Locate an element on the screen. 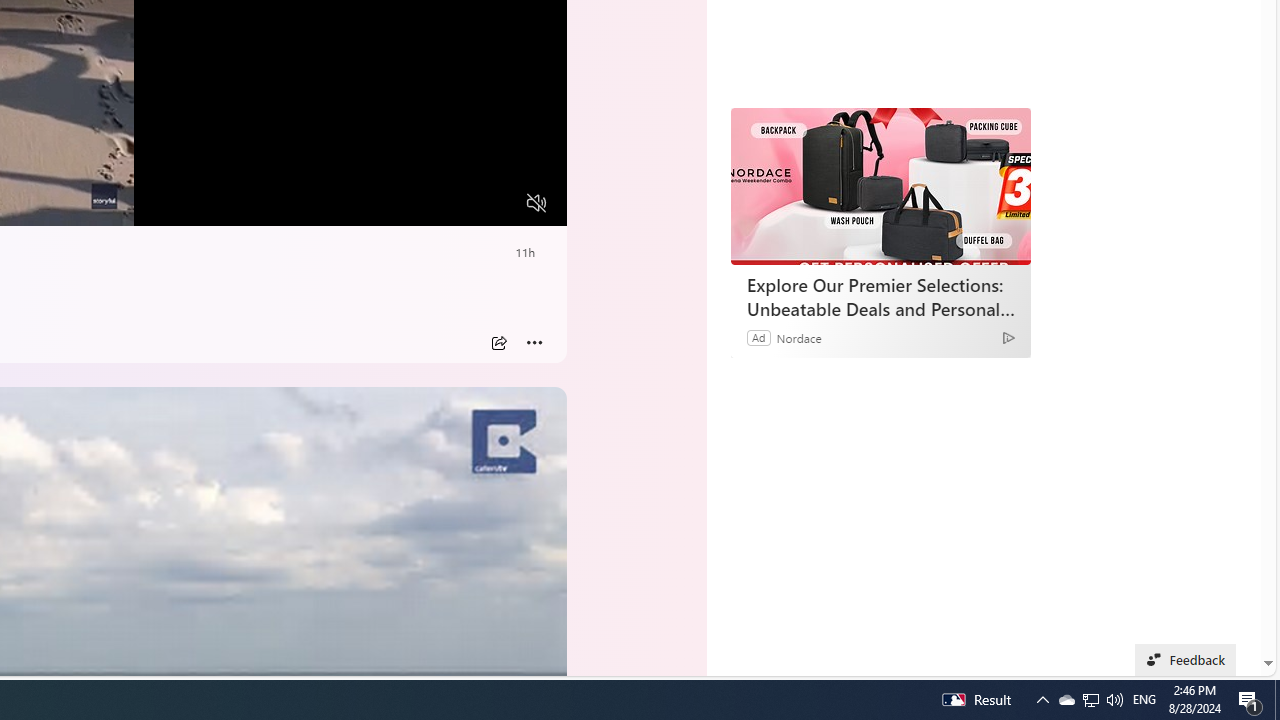 The height and width of the screenshot is (720, 1280). 'Fullscreen' is located at coordinates (497, 203).